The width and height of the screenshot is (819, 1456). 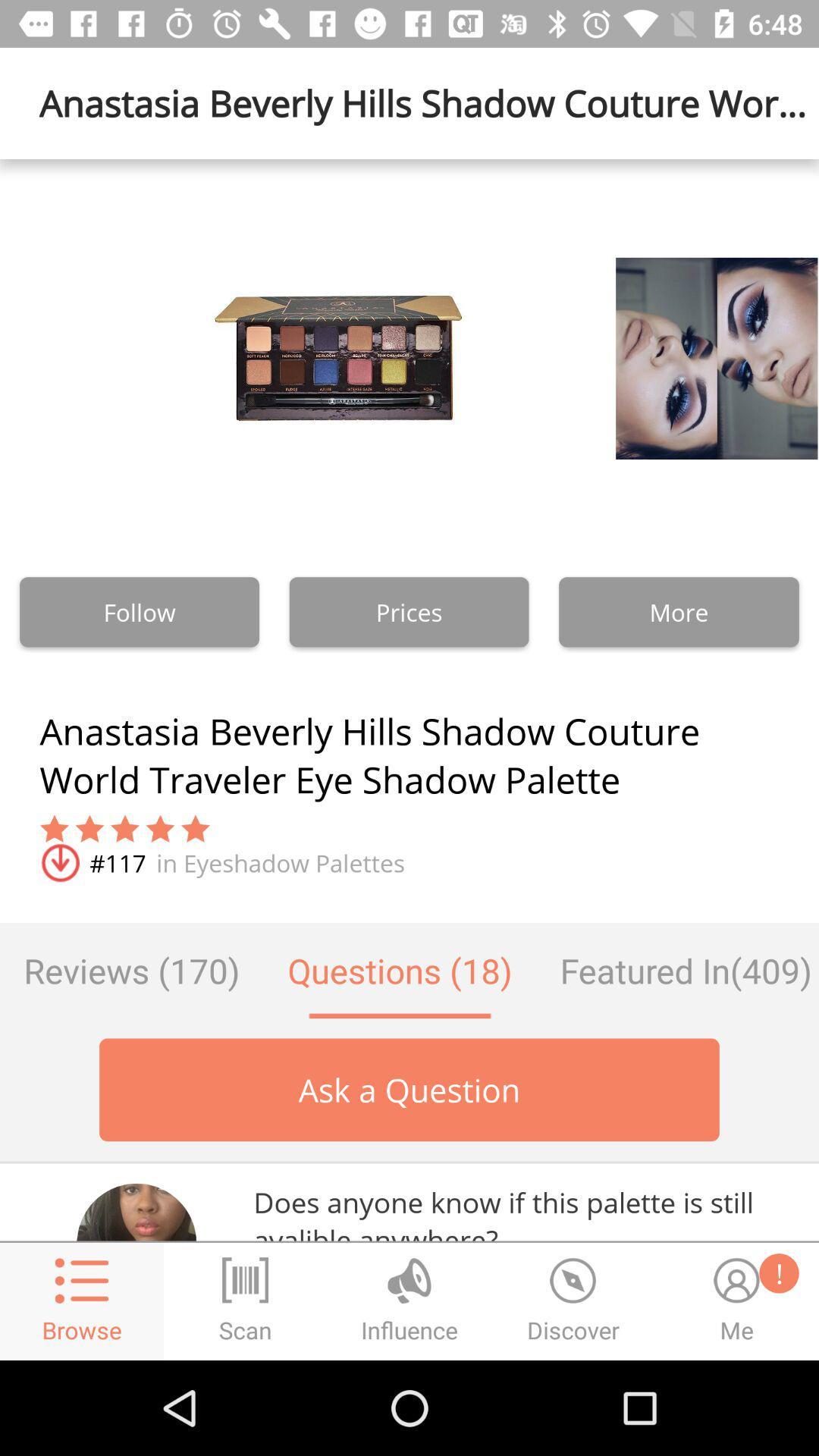 What do you see at coordinates (58, 863) in the screenshot?
I see `the red circle with downward arrow button which is above reviews 170` at bounding box center [58, 863].